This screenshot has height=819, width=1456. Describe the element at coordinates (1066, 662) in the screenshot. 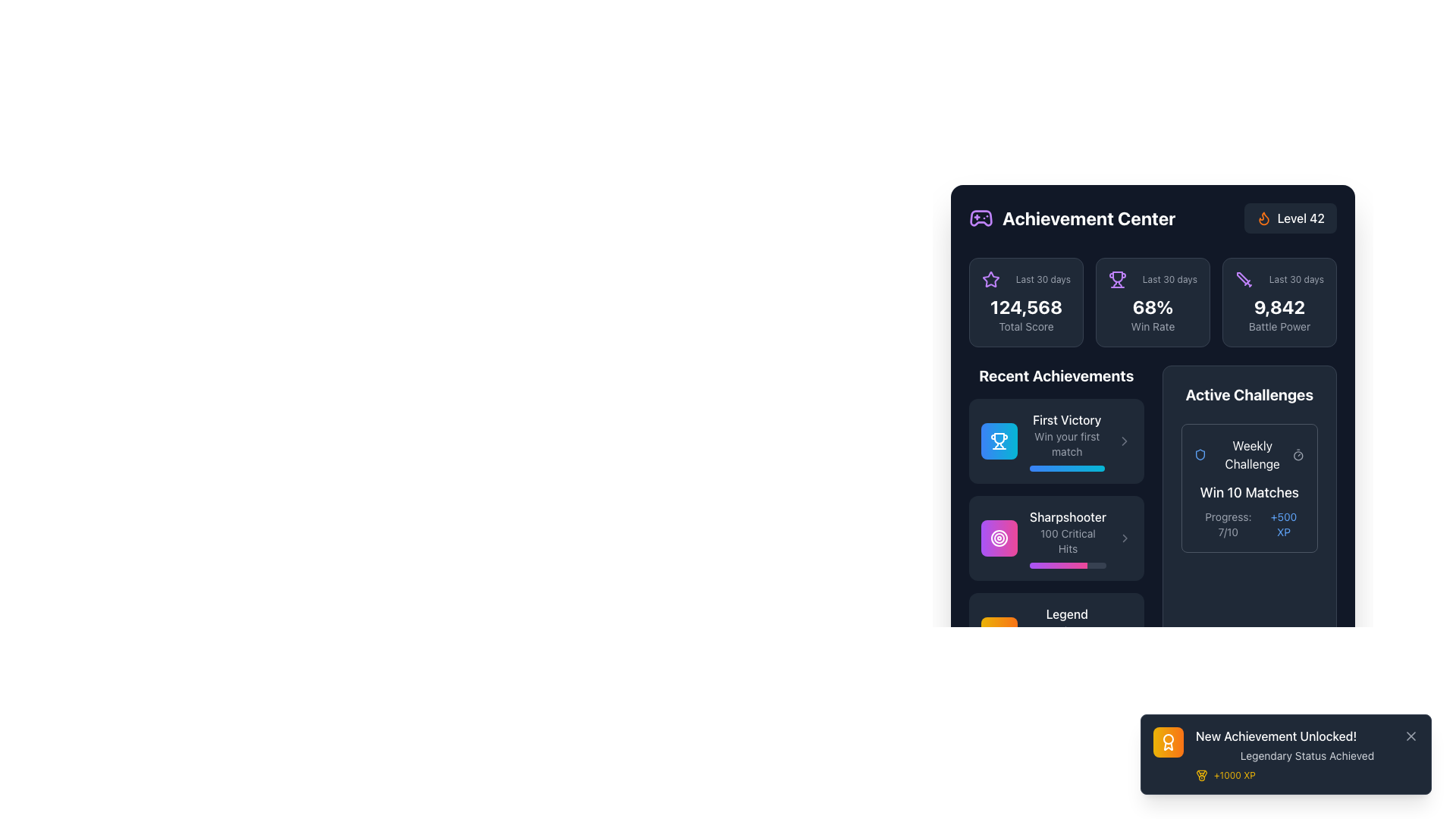

I see `the Progress Bar located at the bottom of the 'Legend' section under 'Recent Achievements', which visually represents progress towards reaching the max level` at that location.